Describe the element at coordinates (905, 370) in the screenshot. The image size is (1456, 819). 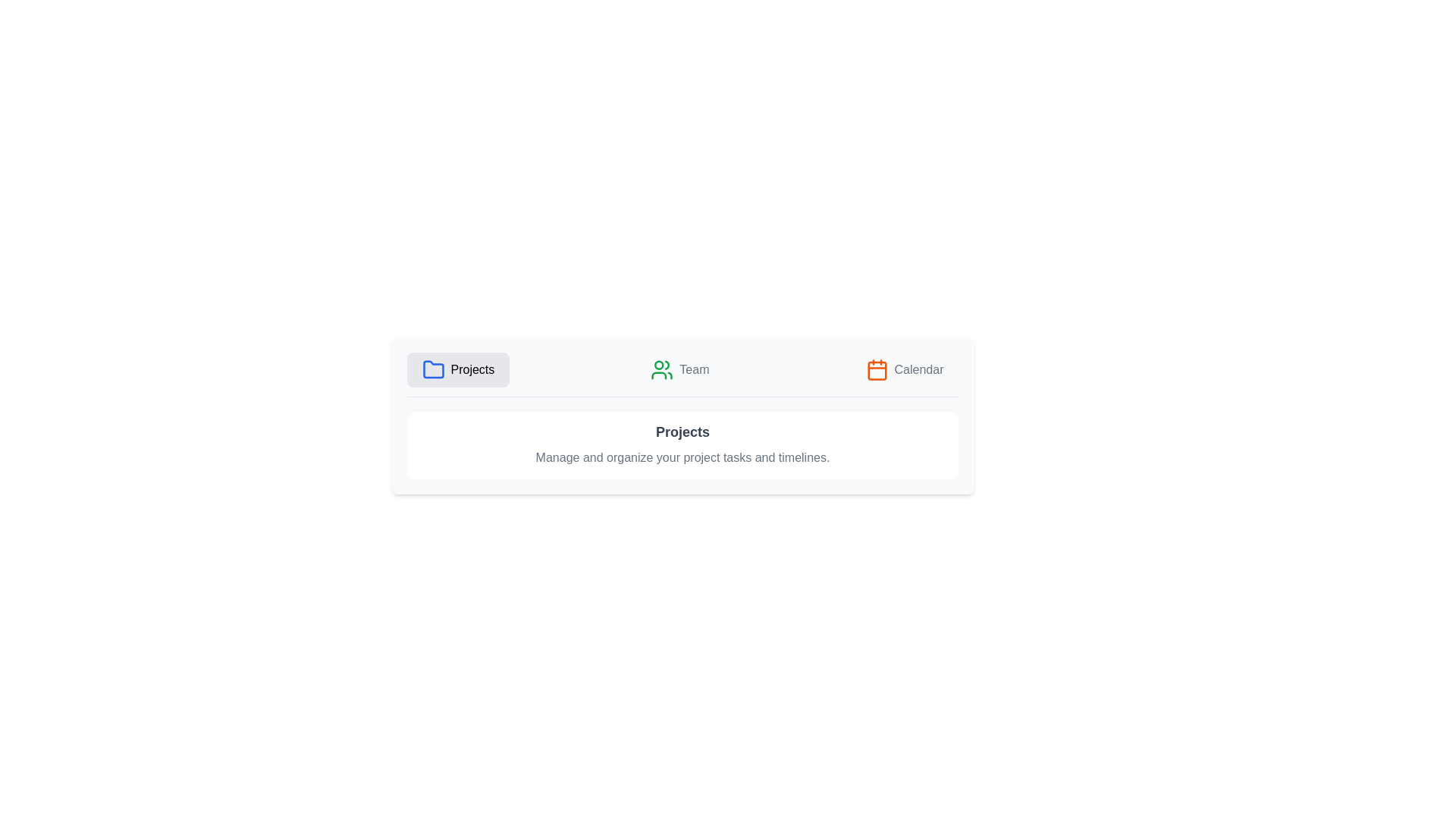
I see `the Calendar tab in the ProjectTabs component` at that location.